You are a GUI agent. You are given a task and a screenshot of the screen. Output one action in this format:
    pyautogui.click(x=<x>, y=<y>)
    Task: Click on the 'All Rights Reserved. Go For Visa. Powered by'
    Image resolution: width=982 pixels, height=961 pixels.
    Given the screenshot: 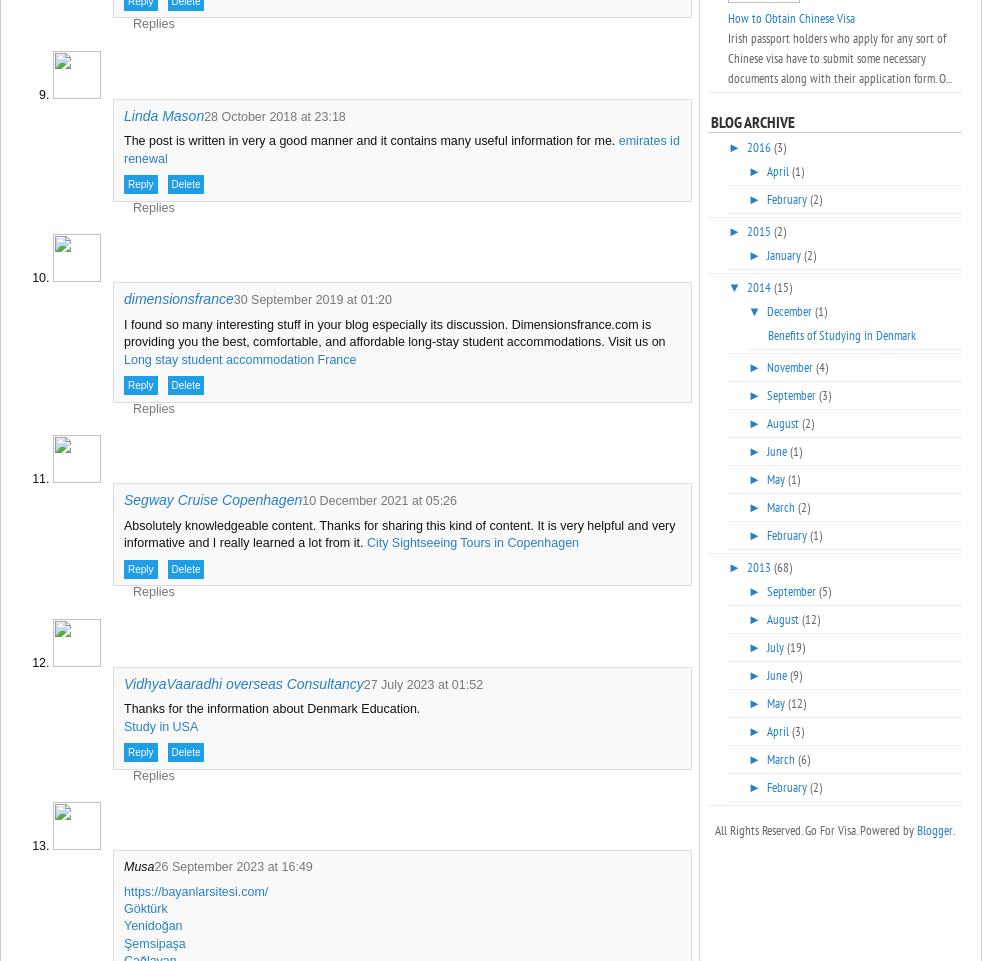 What is the action you would take?
    pyautogui.click(x=816, y=830)
    